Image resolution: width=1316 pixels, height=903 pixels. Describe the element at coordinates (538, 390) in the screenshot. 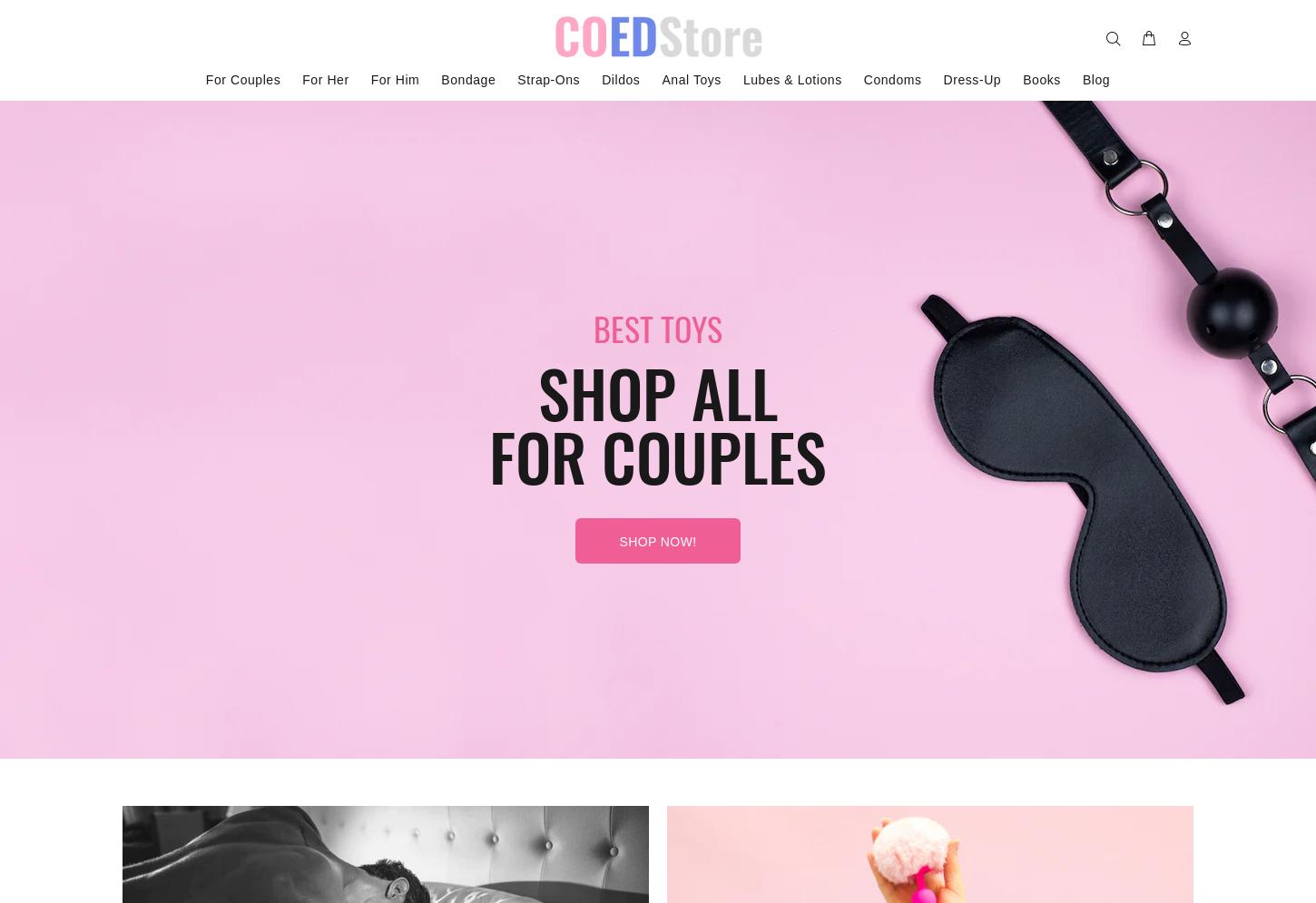

I see `'SHOP ALL'` at that location.